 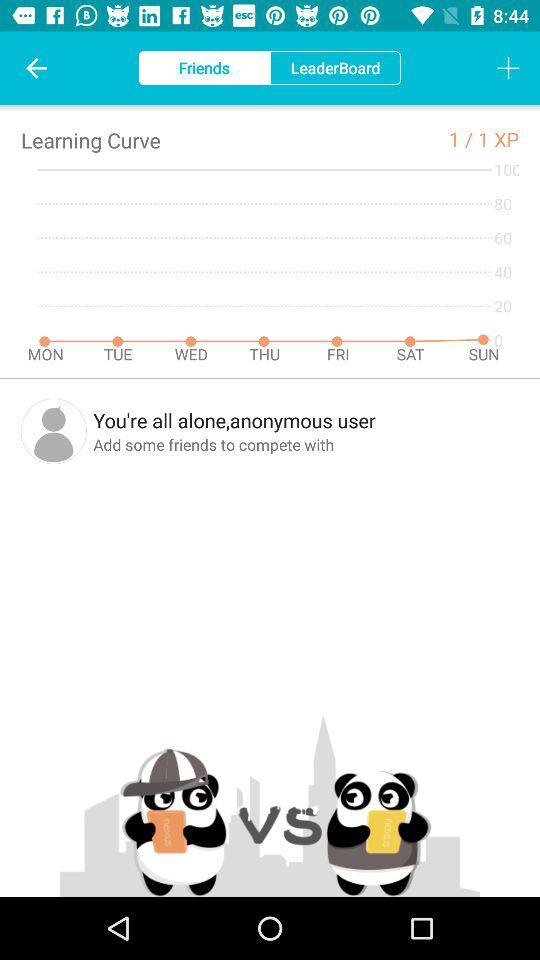 What do you see at coordinates (36, 68) in the screenshot?
I see `icon to the left of friends` at bounding box center [36, 68].